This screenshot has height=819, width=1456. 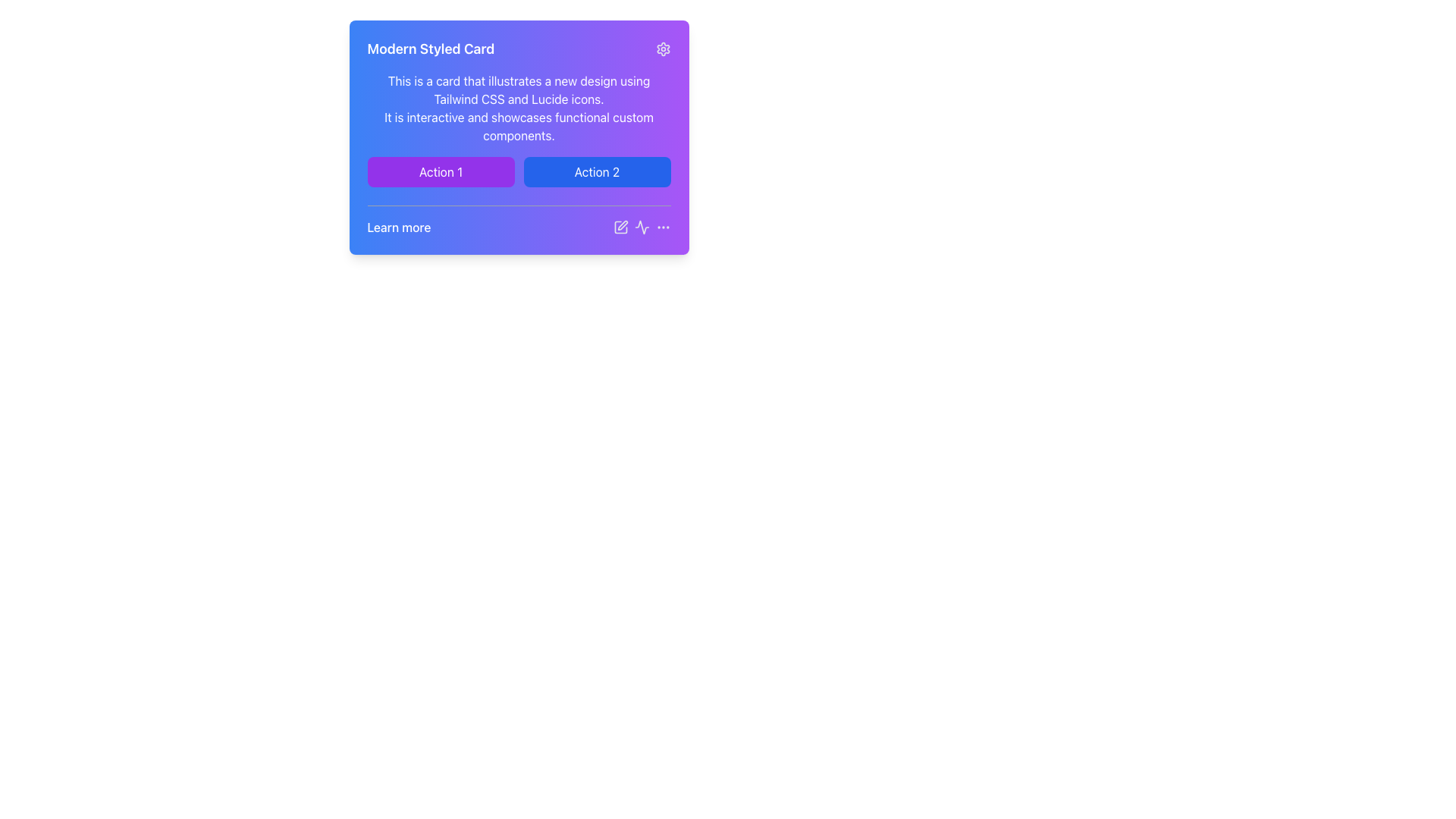 I want to click on the waveform icon located in the lower-right area of the card interface, which is the third icon in sequence among sibling icons, so click(x=642, y=227).